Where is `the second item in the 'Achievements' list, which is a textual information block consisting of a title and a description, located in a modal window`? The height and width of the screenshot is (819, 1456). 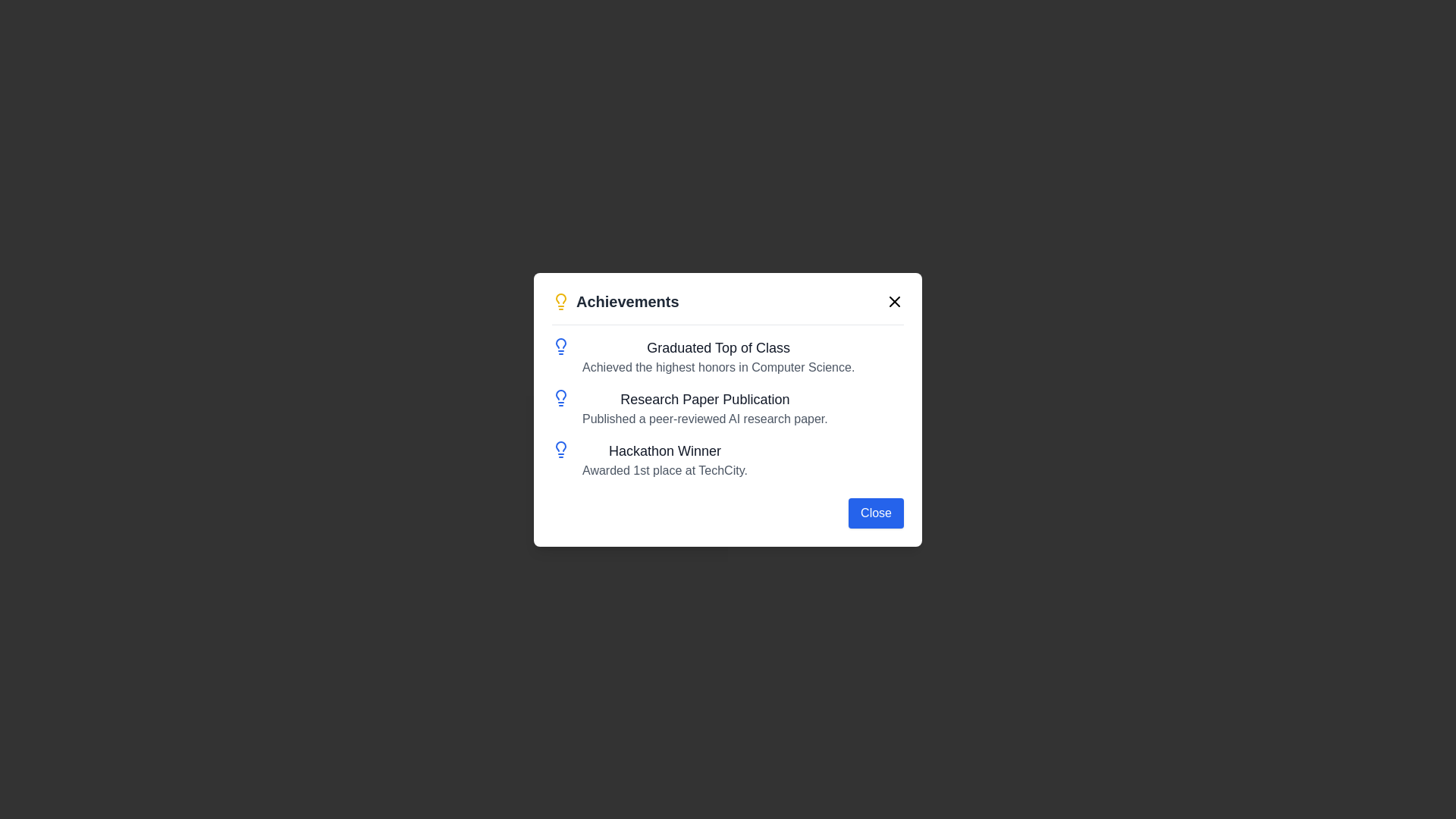
the second item in the 'Achievements' list, which is a textual information block consisting of a title and a description, located in a modal window is located at coordinates (704, 407).